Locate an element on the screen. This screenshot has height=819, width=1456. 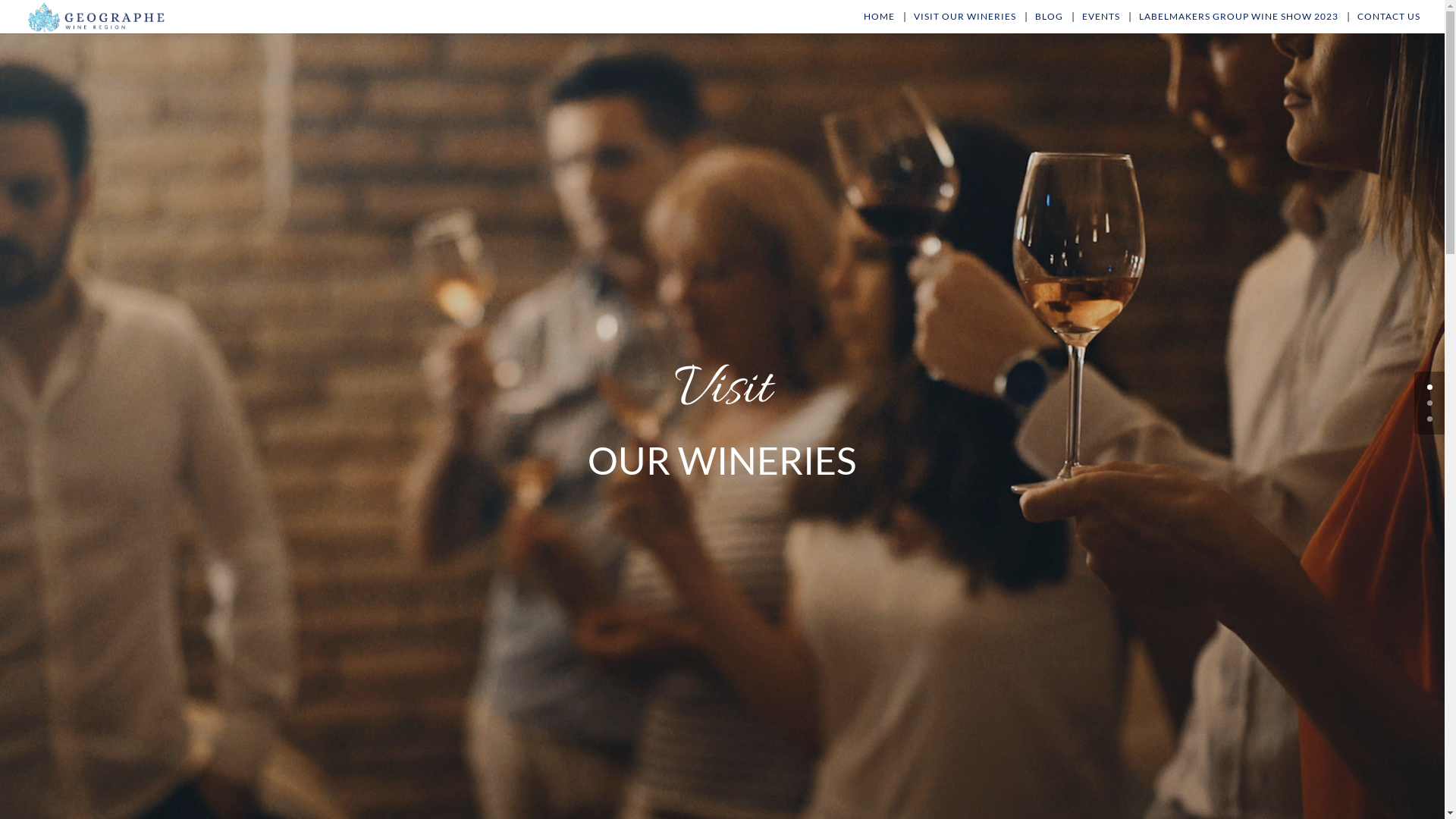
'CONTACT US' is located at coordinates (1389, 22).